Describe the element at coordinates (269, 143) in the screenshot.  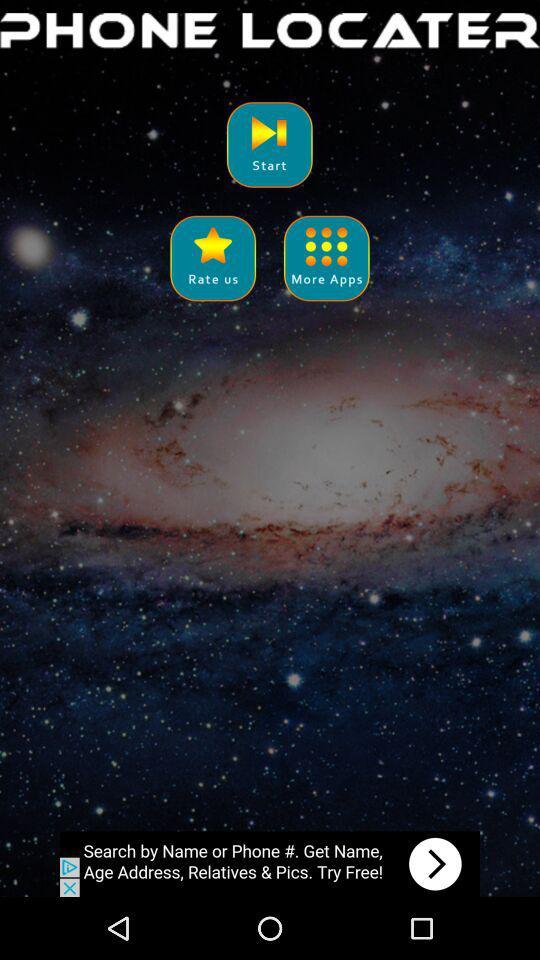
I see `start locater` at that location.